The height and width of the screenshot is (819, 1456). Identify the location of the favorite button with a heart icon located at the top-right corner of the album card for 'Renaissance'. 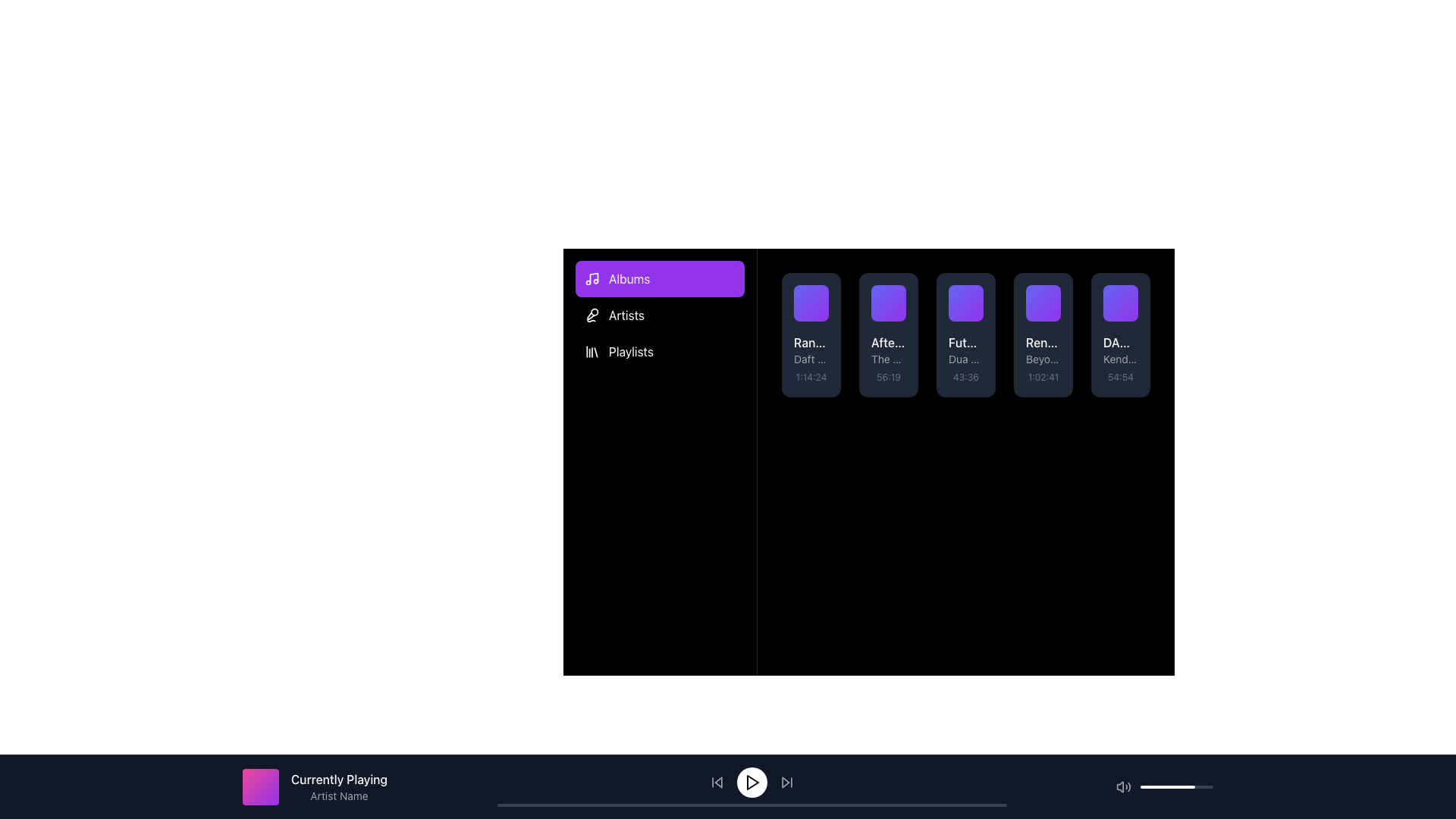
(1051, 294).